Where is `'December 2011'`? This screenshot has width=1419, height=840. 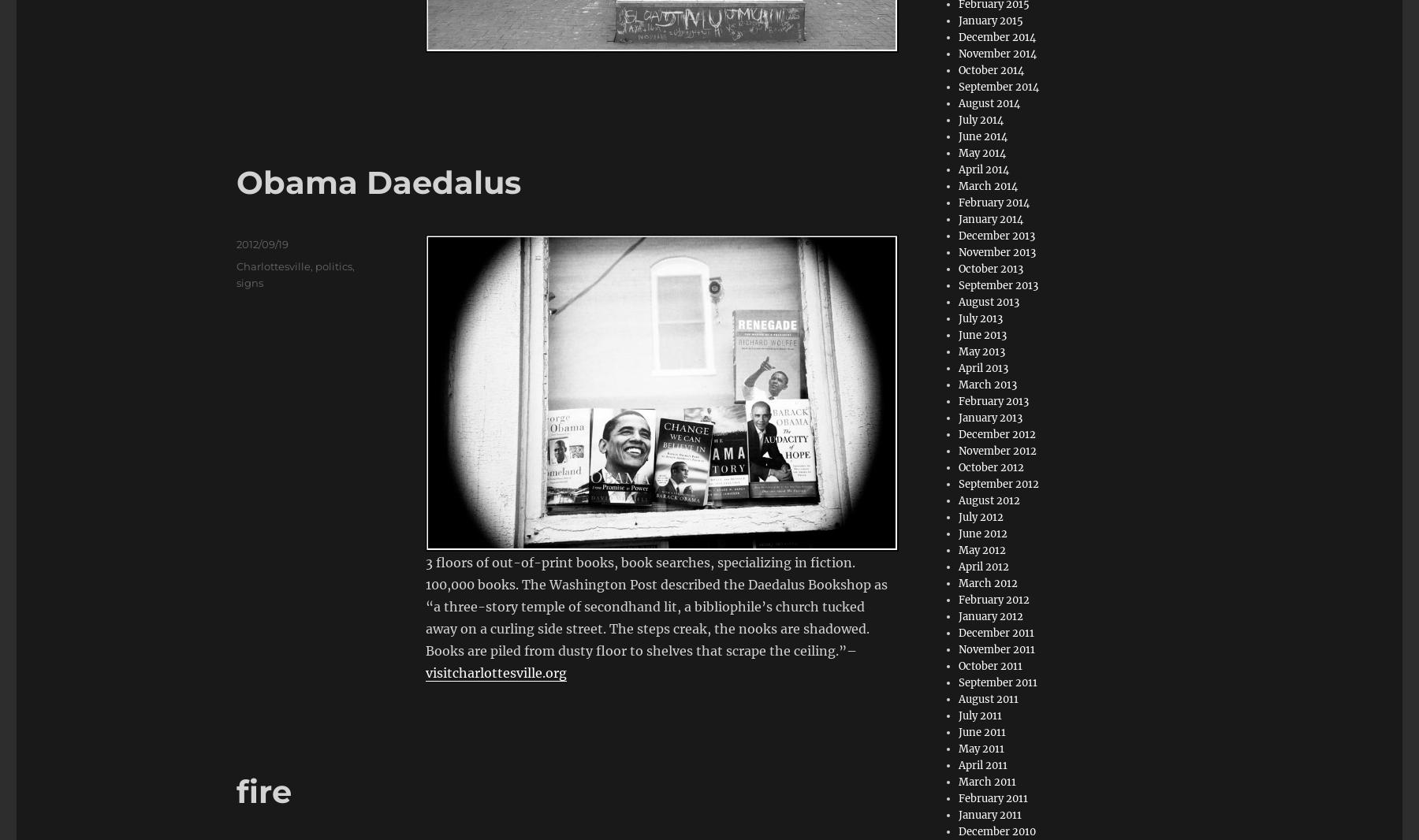
'December 2011' is located at coordinates (996, 633).